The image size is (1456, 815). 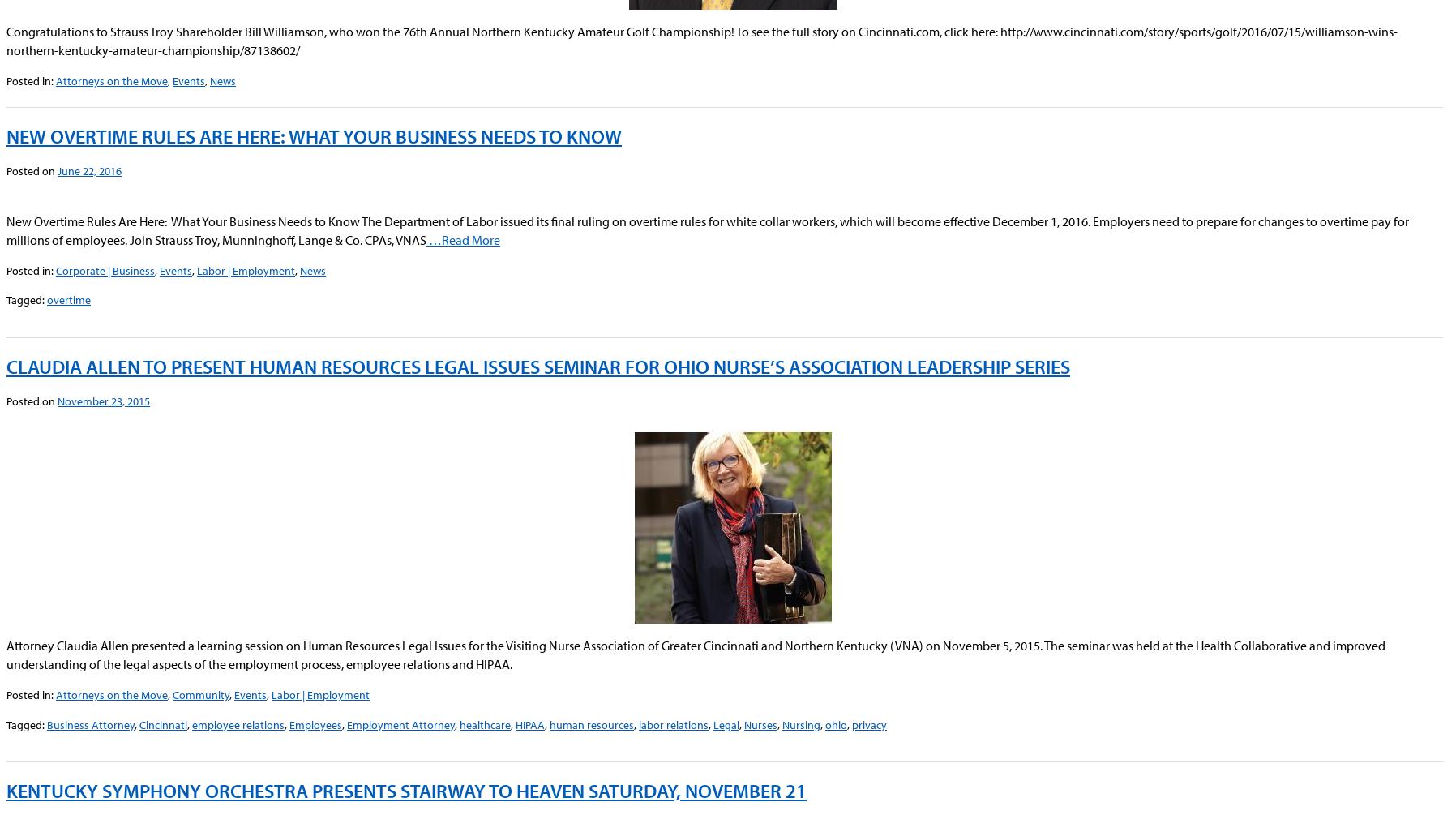 What do you see at coordinates (6, 41) in the screenshot?
I see `'Congratulations to Strauss Troy Shareholder Bill Williamson, who won the 76th Annual Northern Kentucky Amateur Golf Championship! To see the full story on Cincinnati.com, click here: http://www.cincinnati.com/story/sports/golf/2016/07/15/williamson-wins-northern-kentucky-amateur-championship/87138602/'` at bounding box center [6, 41].